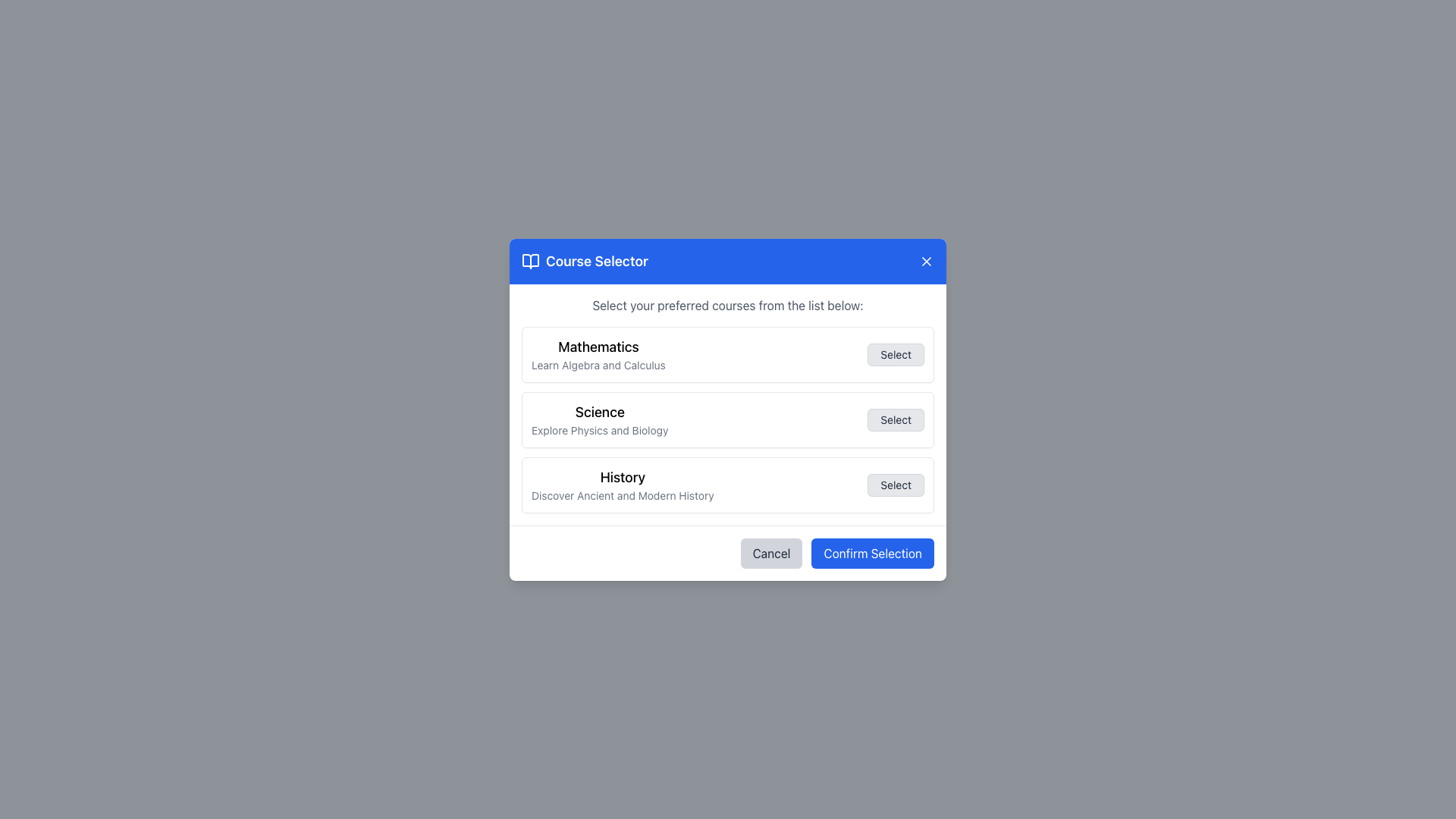  Describe the element at coordinates (599, 412) in the screenshot. I see `the text label displaying the word 'Science' in bold, located in the second list item of the 'Course Selector' dialog box` at that location.